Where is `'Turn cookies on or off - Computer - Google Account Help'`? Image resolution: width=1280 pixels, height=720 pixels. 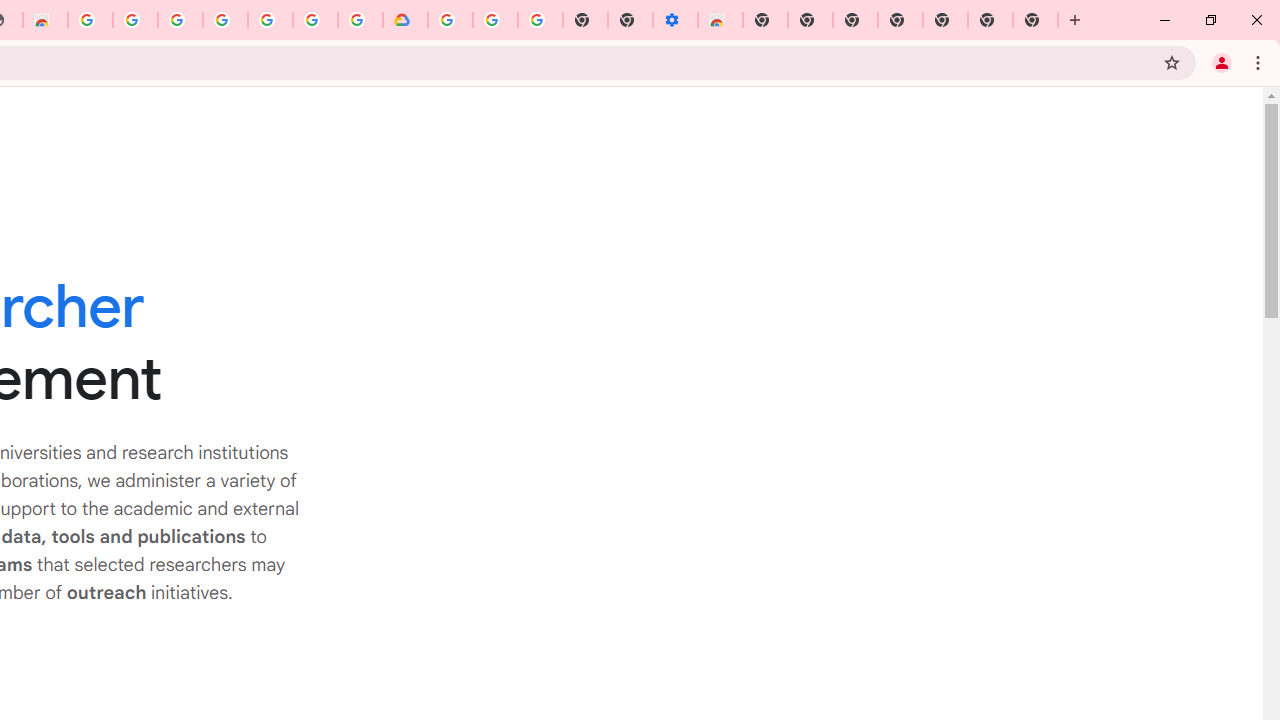
'Turn cookies on or off - Computer - Google Account Help' is located at coordinates (540, 20).